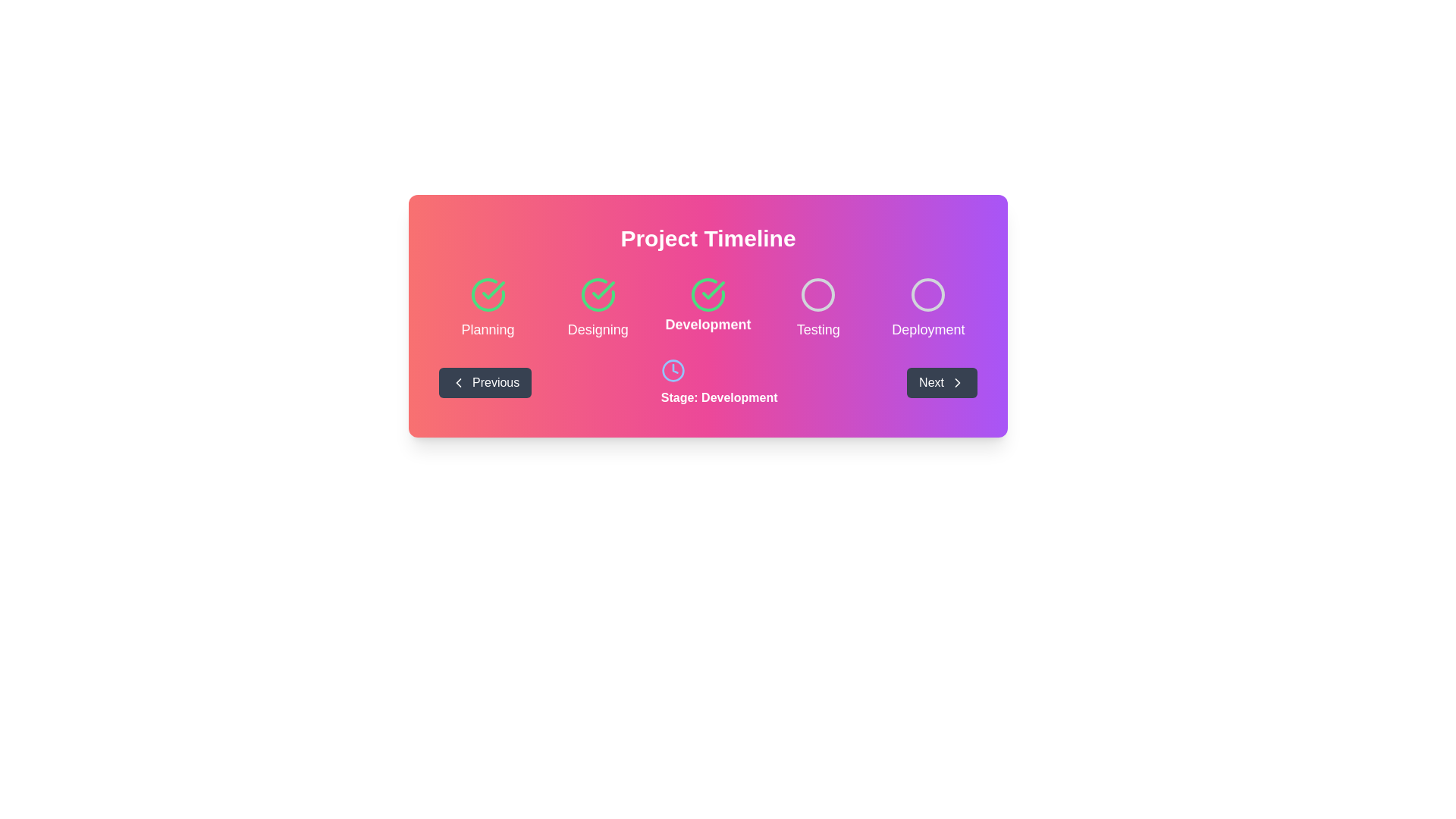 The image size is (1456, 819). Describe the element at coordinates (956, 382) in the screenshot. I see `the rightward-pointing chevron icon located` at that location.